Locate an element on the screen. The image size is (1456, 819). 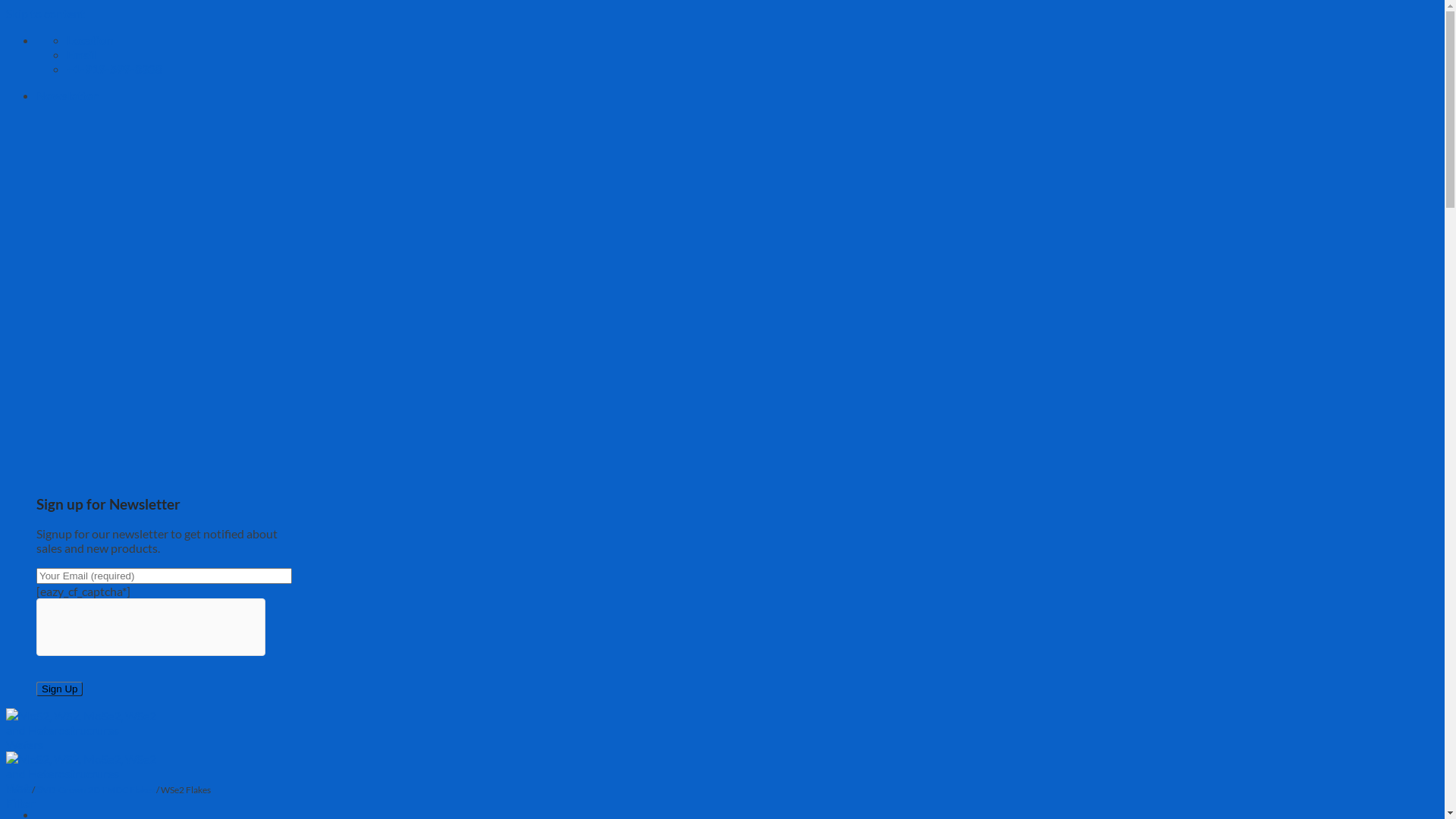
'Sign Up' is located at coordinates (59, 689).